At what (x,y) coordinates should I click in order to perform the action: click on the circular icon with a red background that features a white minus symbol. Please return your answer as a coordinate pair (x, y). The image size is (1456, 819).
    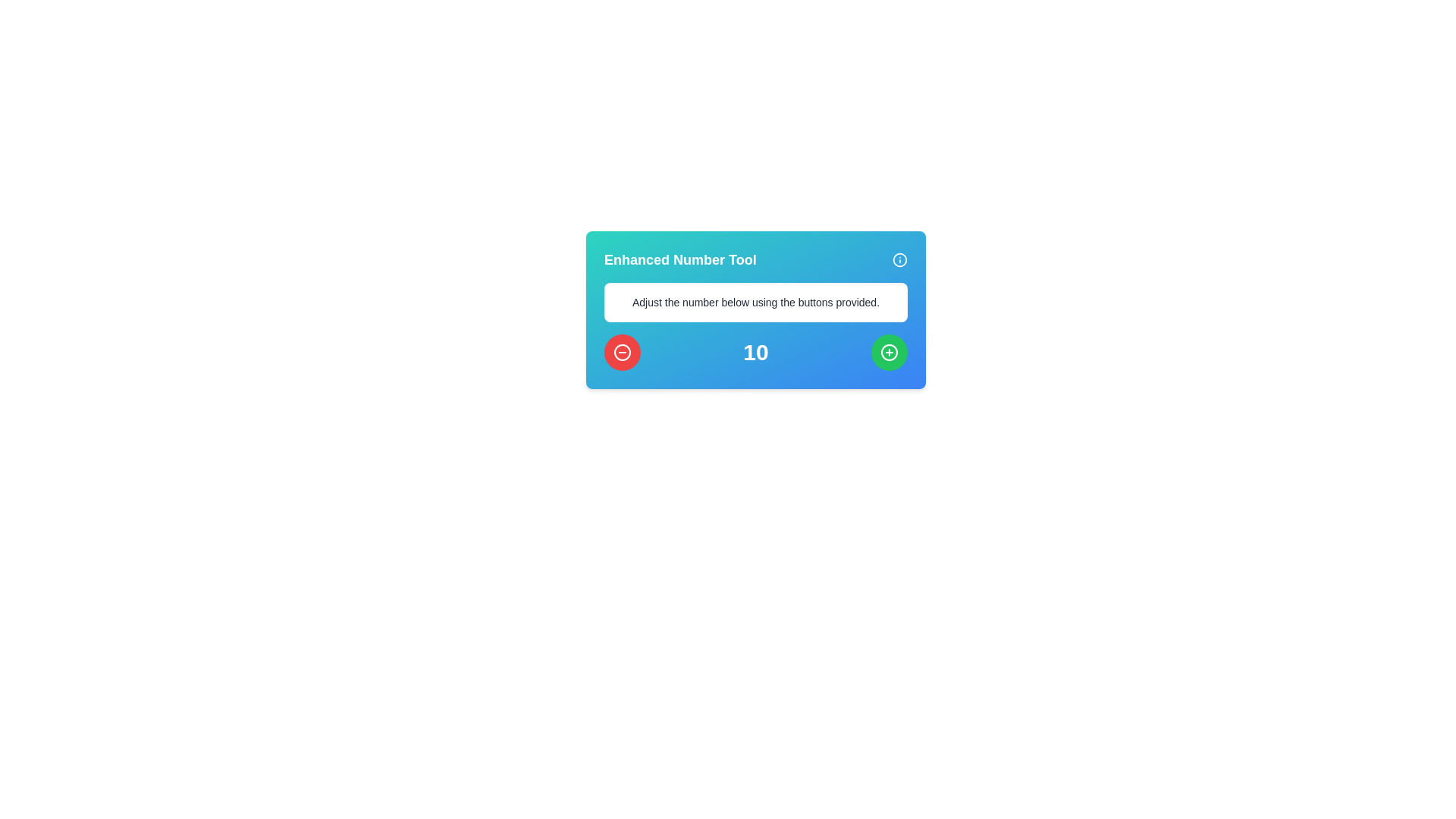
    Looking at the image, I should click on (622, 353).